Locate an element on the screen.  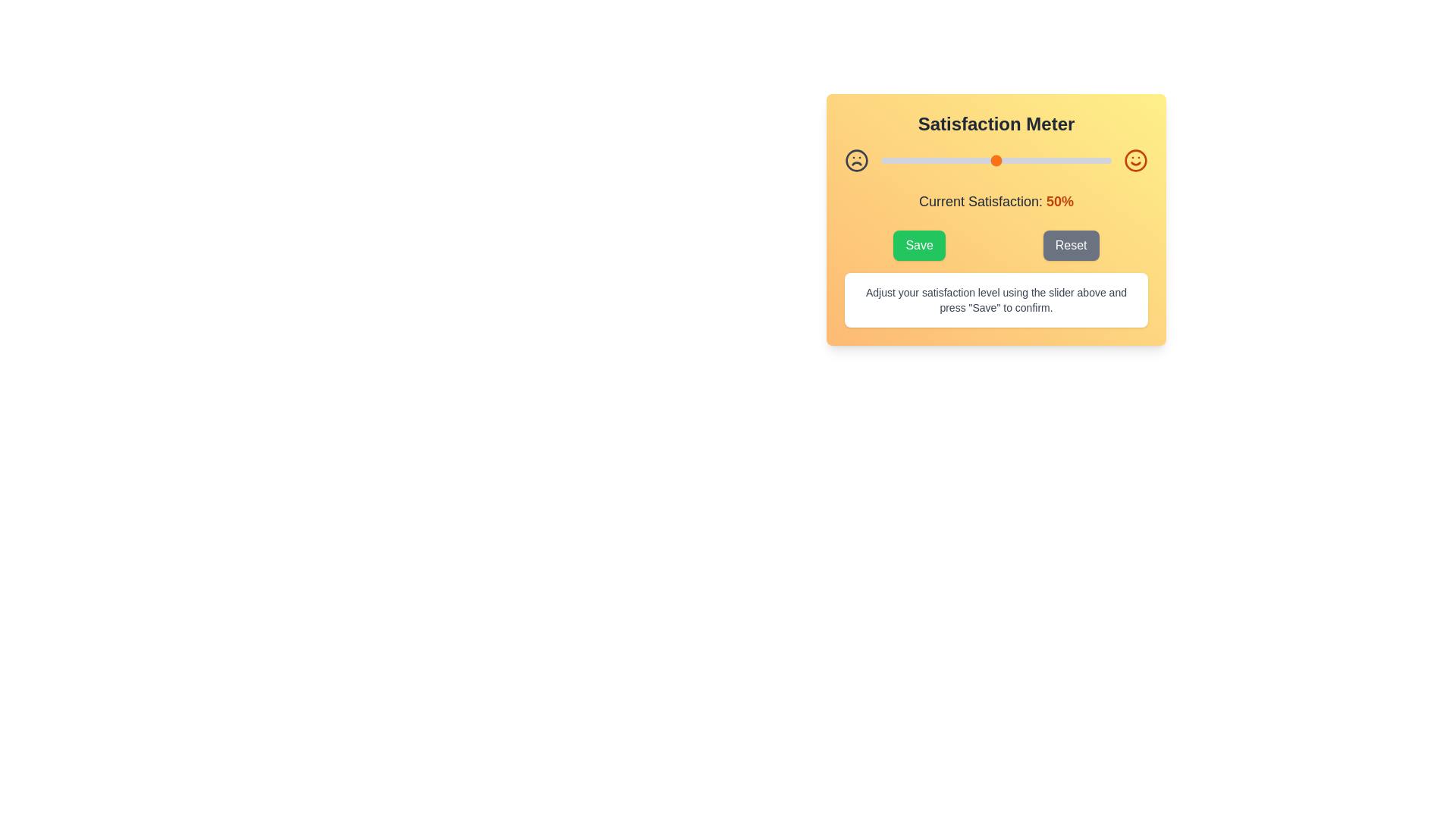
the slider to 100% satisfaction is located at coordinates (1111, 161).